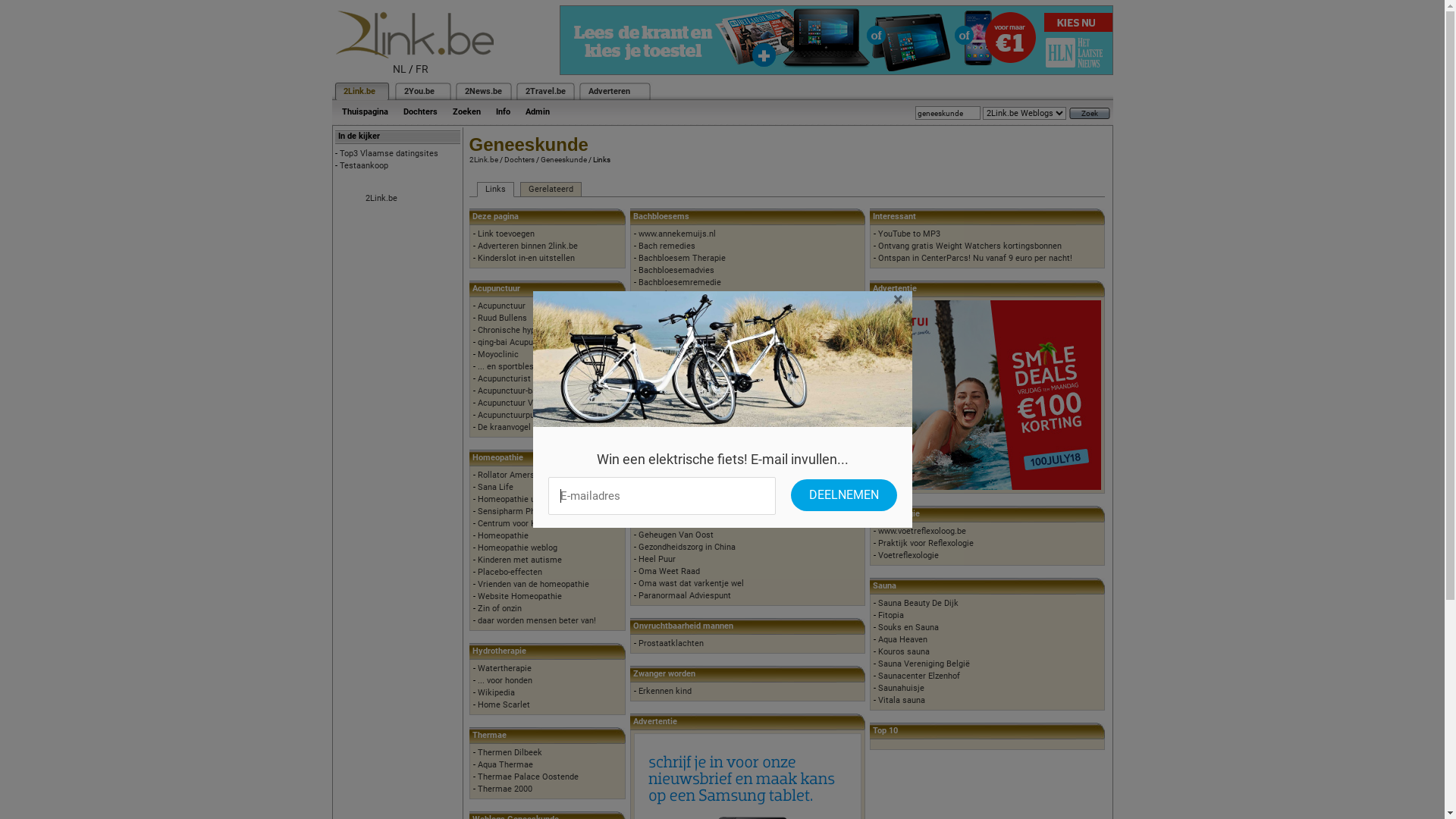  I want to click on 'Ruud Bullens', so click(502, 317).